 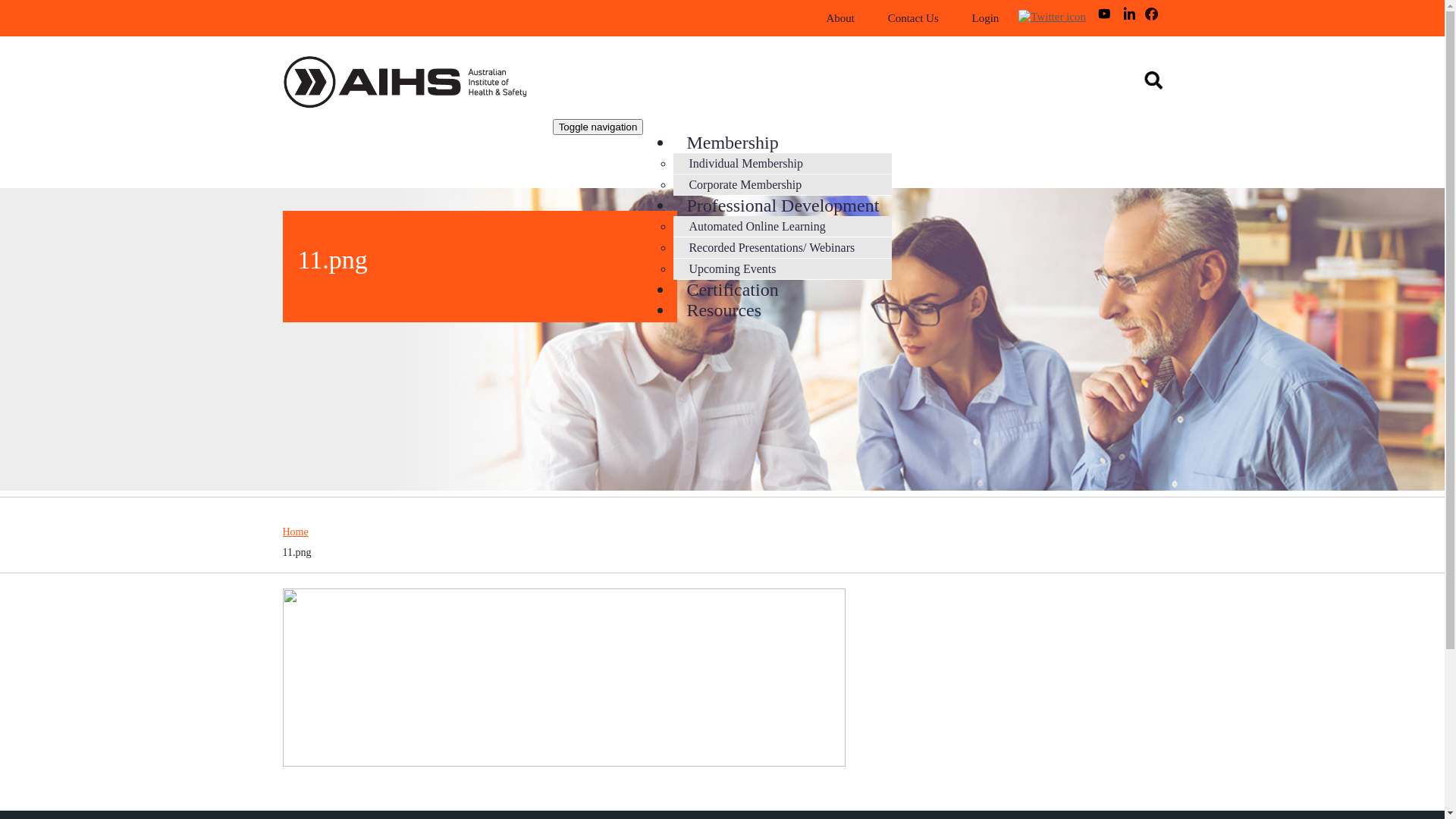 I want to click on 'Skip to main content', so click(x=50, y=0).